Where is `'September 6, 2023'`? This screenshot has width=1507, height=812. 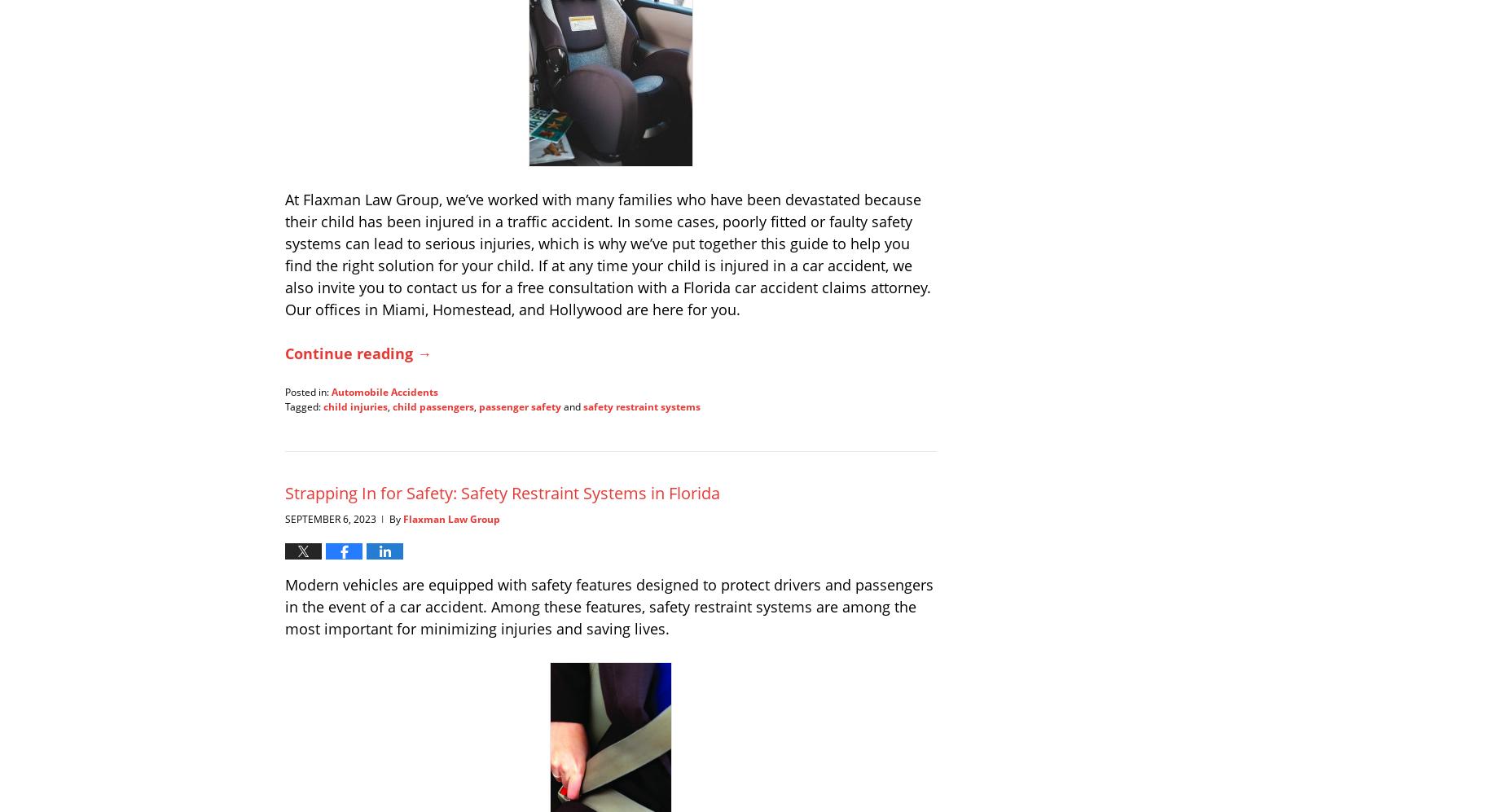 'September 6, 2023' is located at coordinates (330, 518).